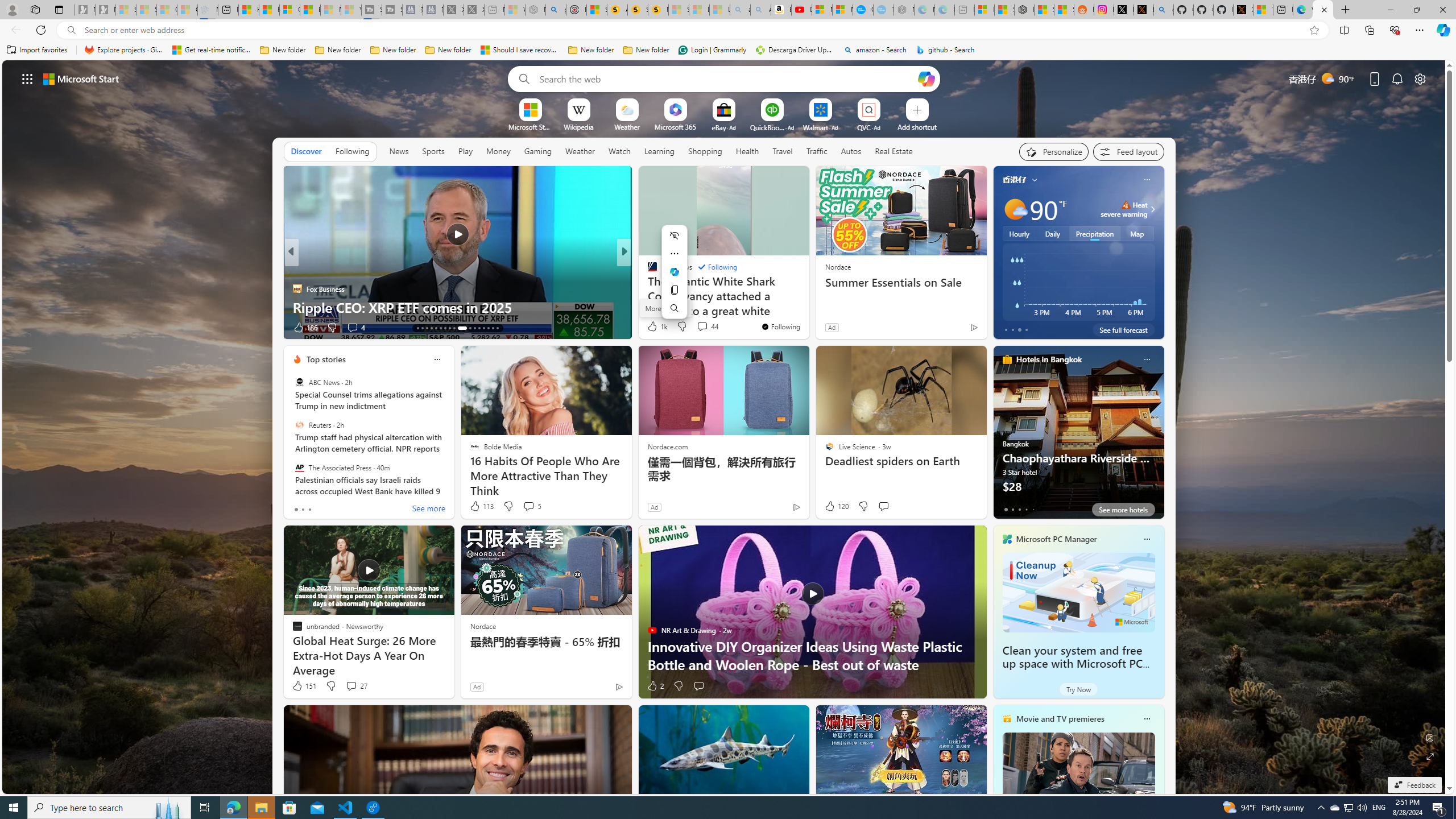 The image size is (1456, 819). What do you see at coordinates (1150, 209) in the screenshot?
I see `'Click to see more information'` at bounding box center [1150, 209].